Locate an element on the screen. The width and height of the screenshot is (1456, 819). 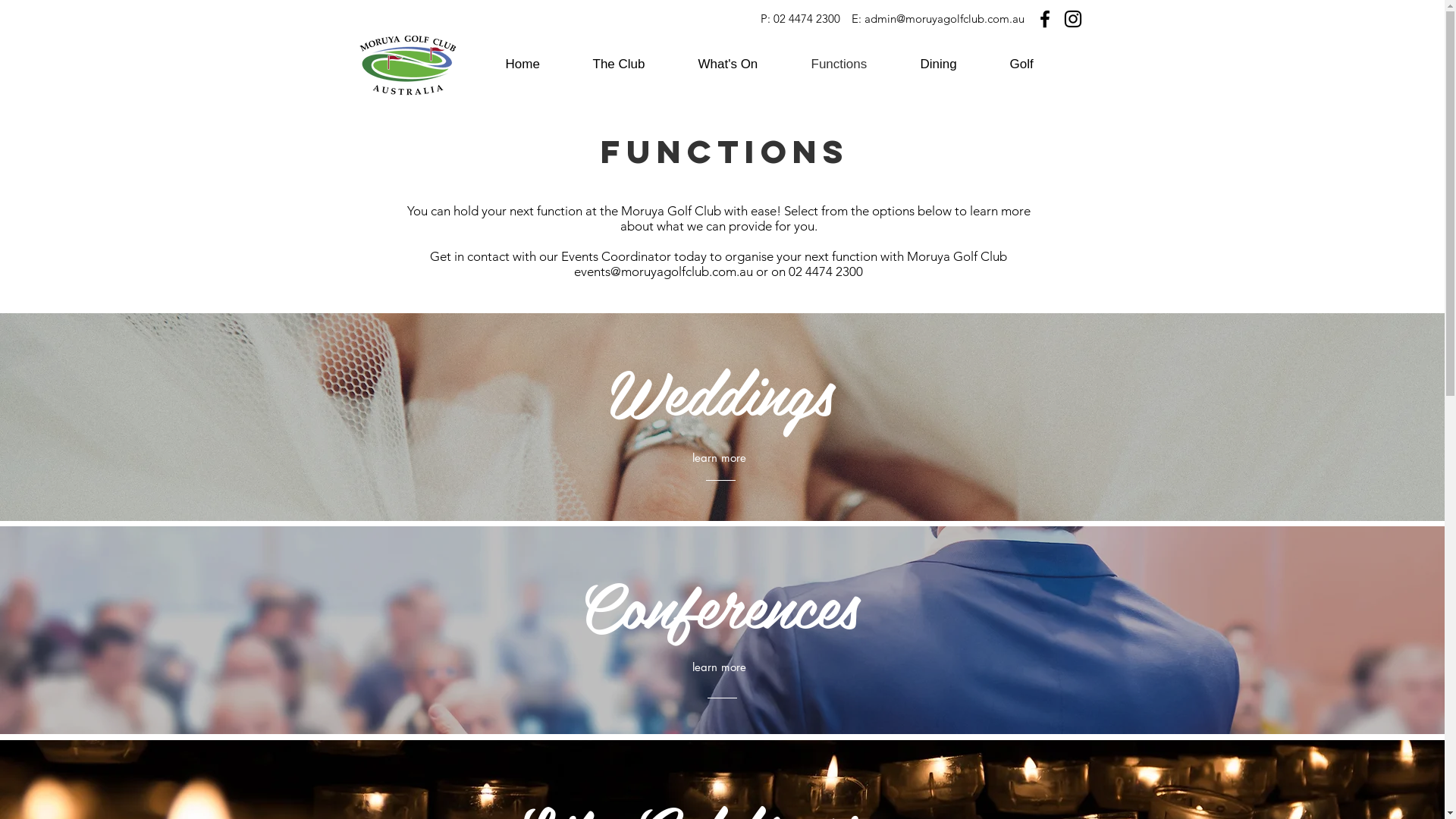
'learn more' is located at coordinates (717, 457).